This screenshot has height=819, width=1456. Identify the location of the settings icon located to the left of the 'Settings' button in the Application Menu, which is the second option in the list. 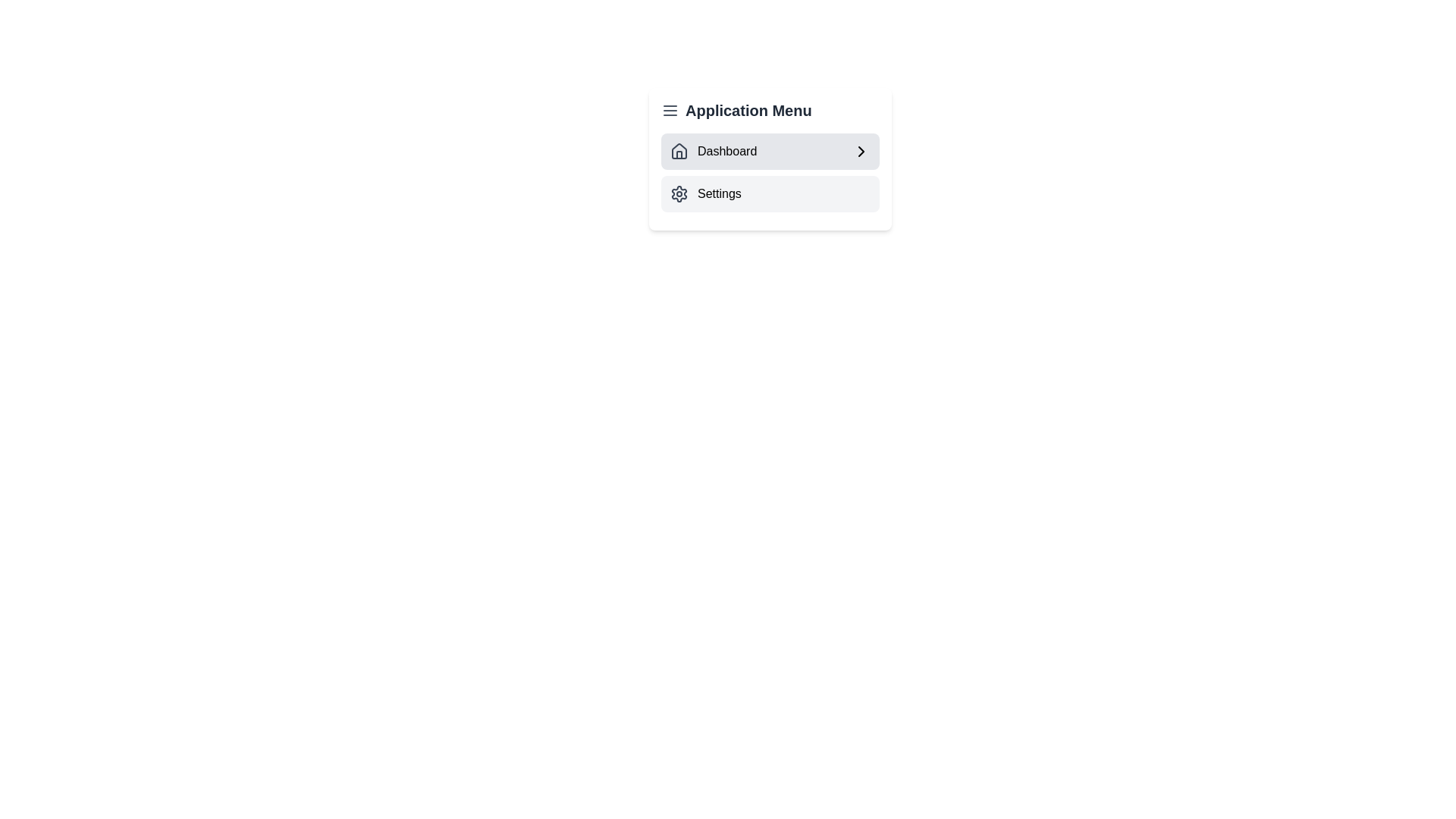
(679, 193).